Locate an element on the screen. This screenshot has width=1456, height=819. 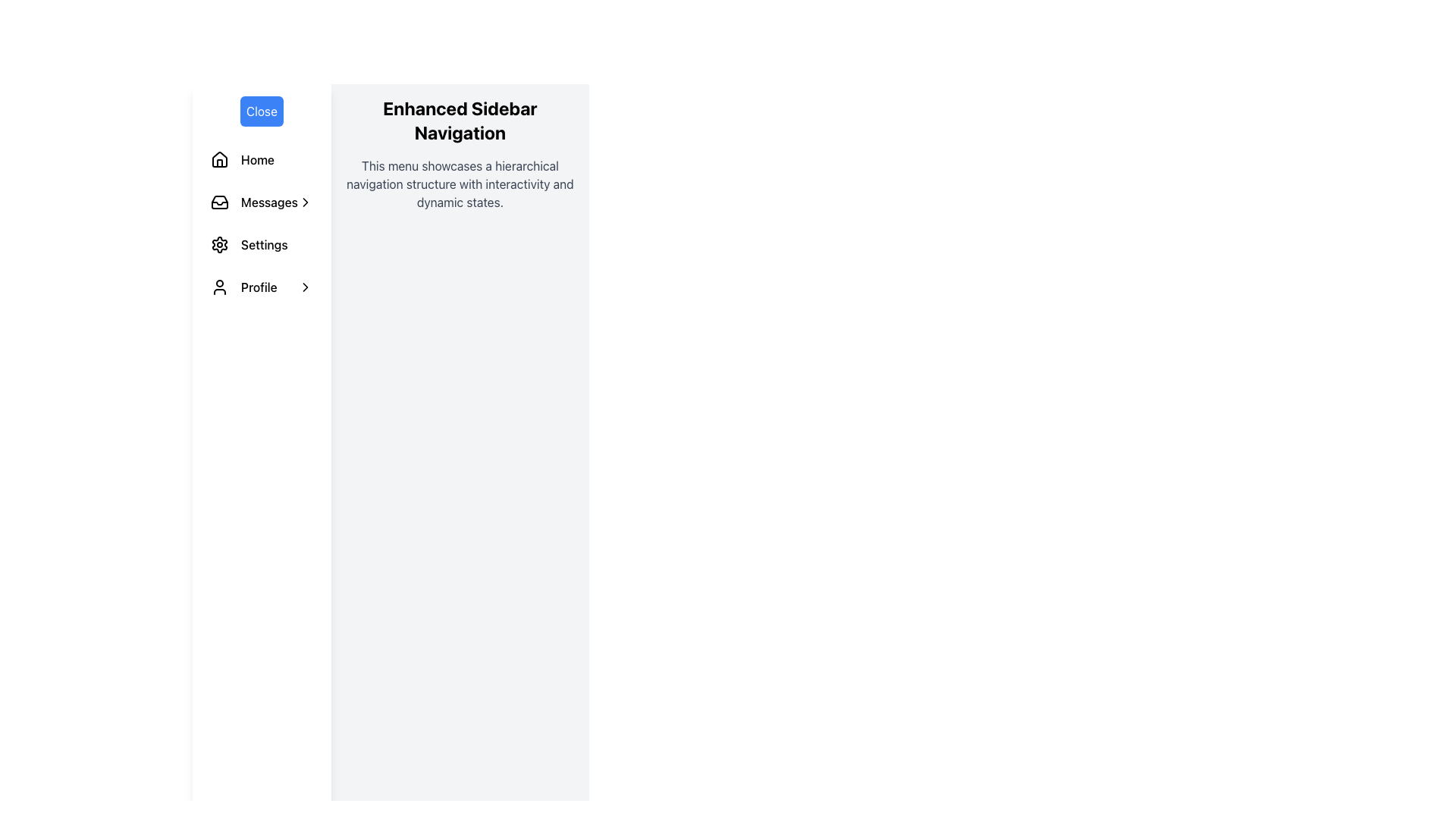
the settings label in the sidebar navigation menu, which is the third item from the top and located to the right of a gear-shaped icon is located at coordinates (277, 244).